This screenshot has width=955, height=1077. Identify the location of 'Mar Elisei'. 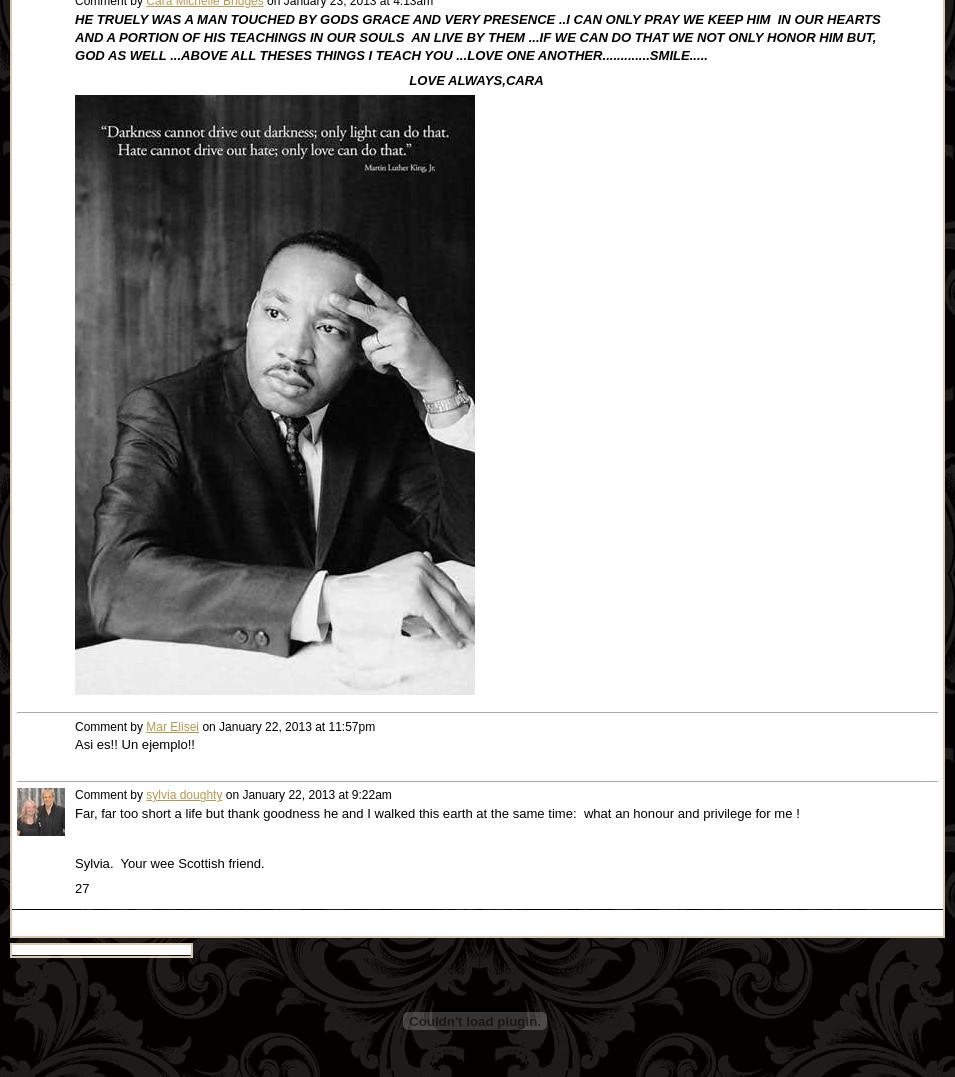
(172, 726).